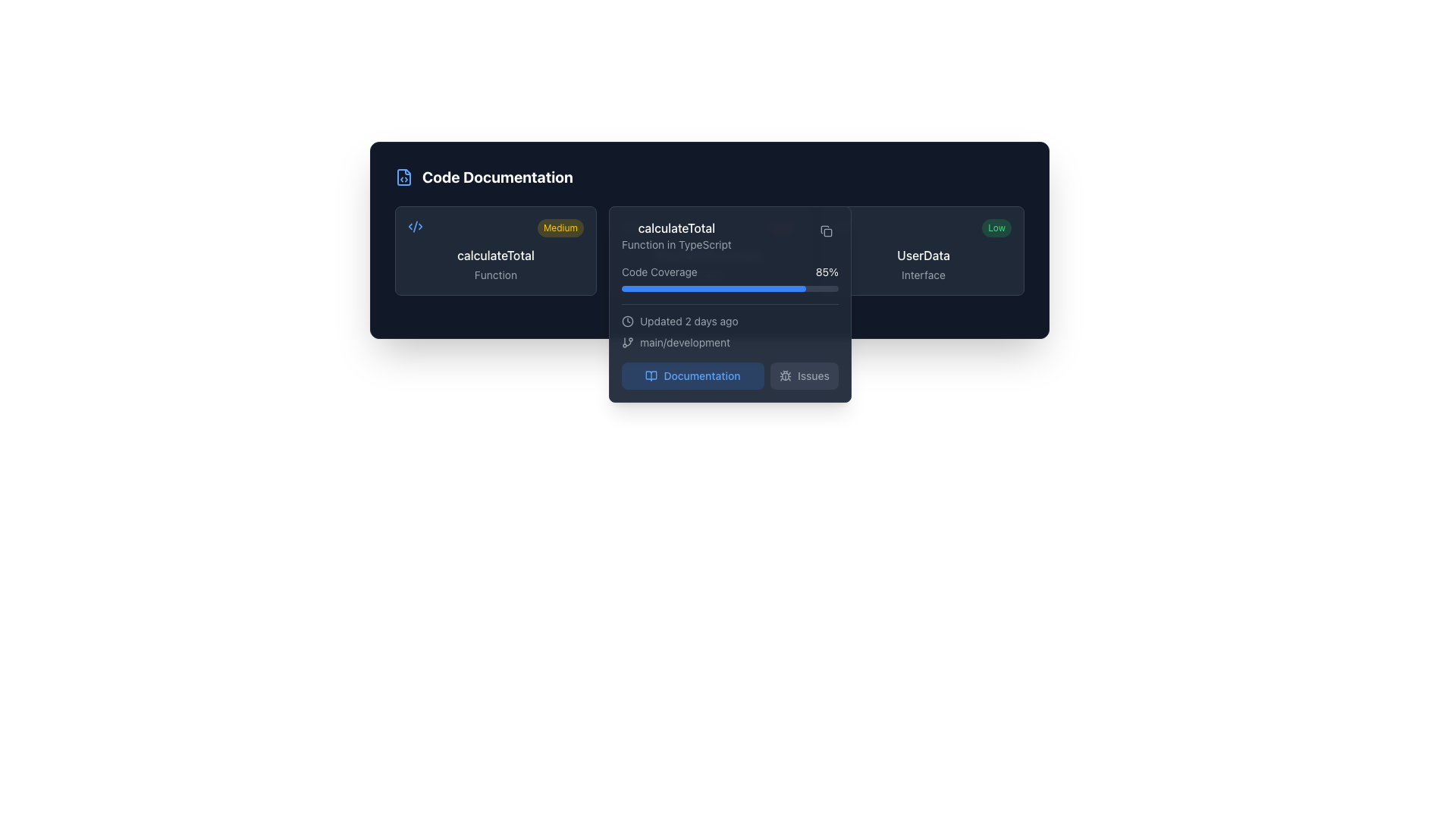 Image resolution: width=1456 pixels, height=819 pixels. Describe the element at coordinates (651, 375) in the screenshot. I see `the SVG icon styled as an open book located in the top left corner of the context panel, above the 'Code Documentation' label` at that location.